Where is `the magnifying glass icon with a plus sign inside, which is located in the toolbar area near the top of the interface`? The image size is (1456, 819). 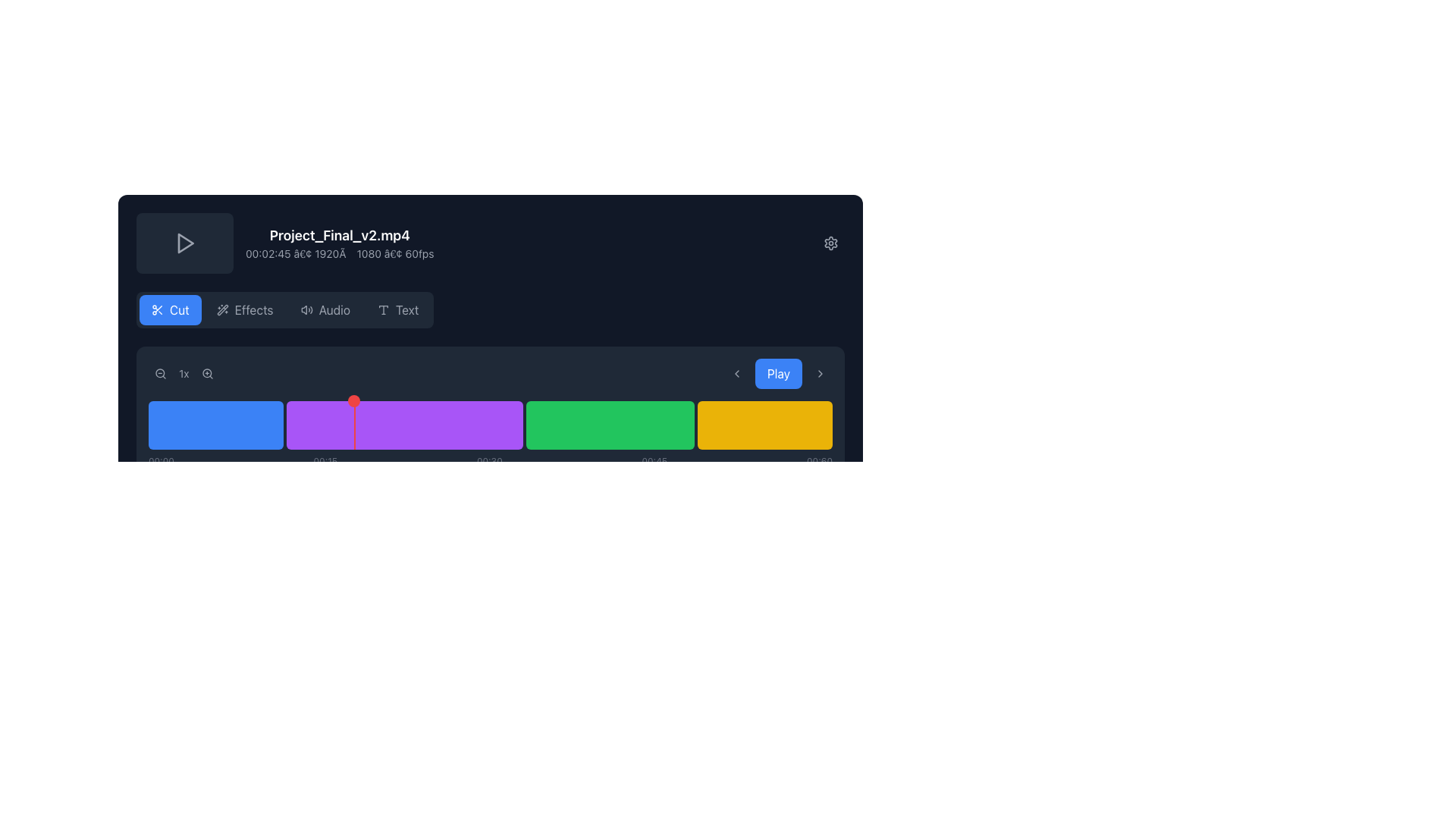 the magnifying glass icon with a plus sign inside, which is located in the toolbar area near the top of the interface is located at coordinates (206, 374).